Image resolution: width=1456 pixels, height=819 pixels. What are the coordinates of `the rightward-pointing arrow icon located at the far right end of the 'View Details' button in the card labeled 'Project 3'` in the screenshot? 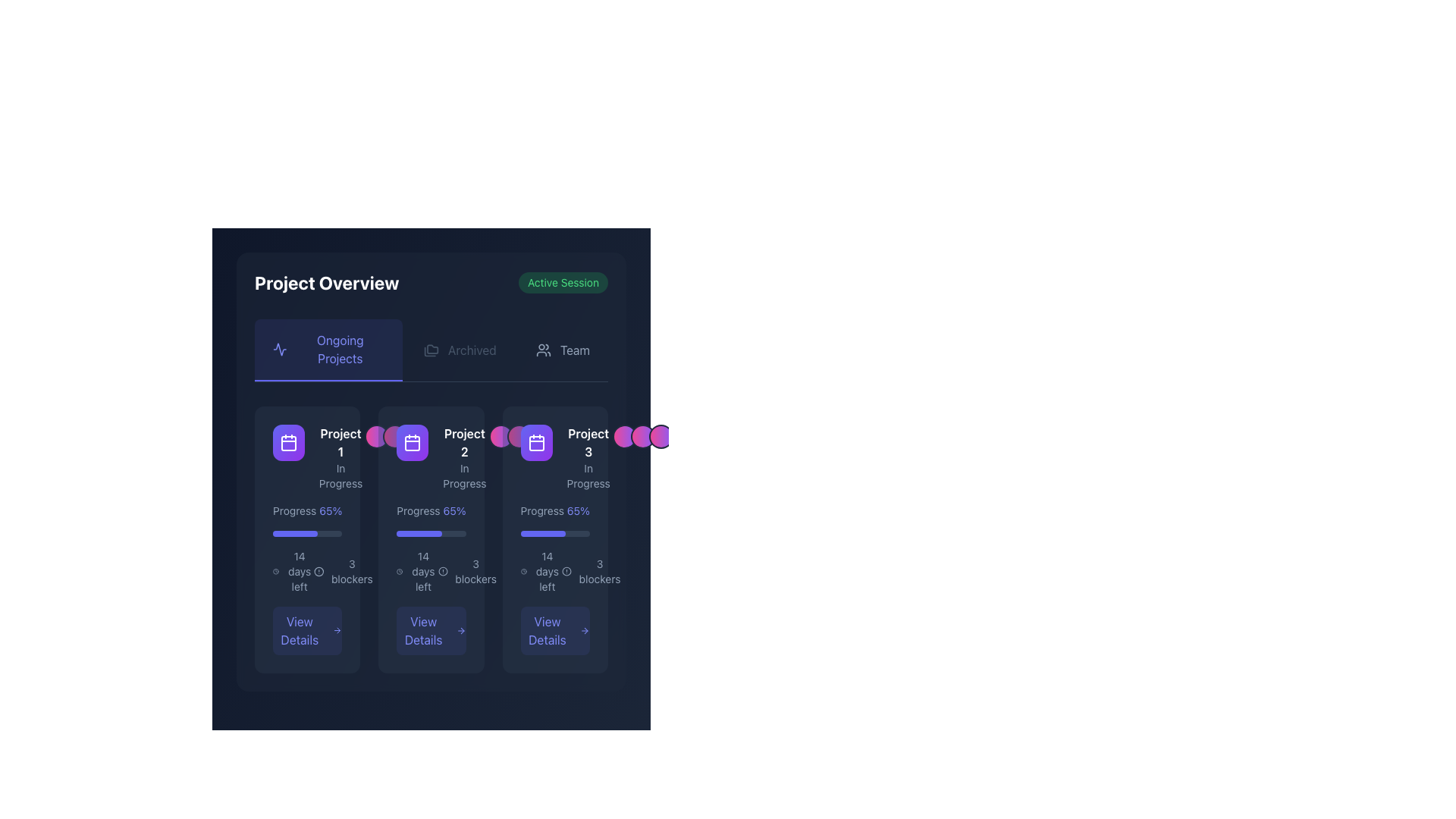 It's located at (584, 631).